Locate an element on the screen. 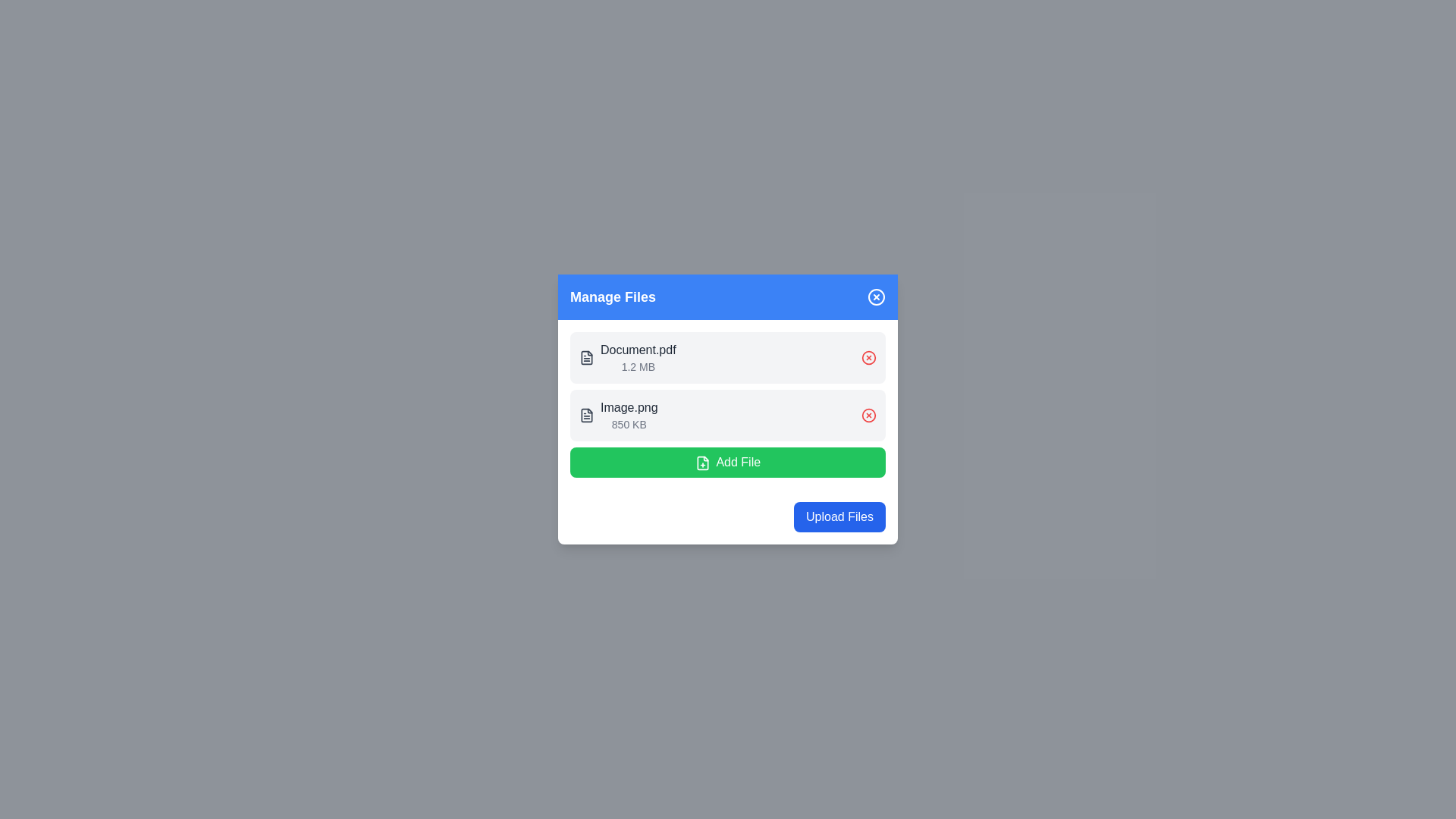  file size displayed in the text label beneath the 'Image.png' file in the file management interface is located at coordinates (629, 424).